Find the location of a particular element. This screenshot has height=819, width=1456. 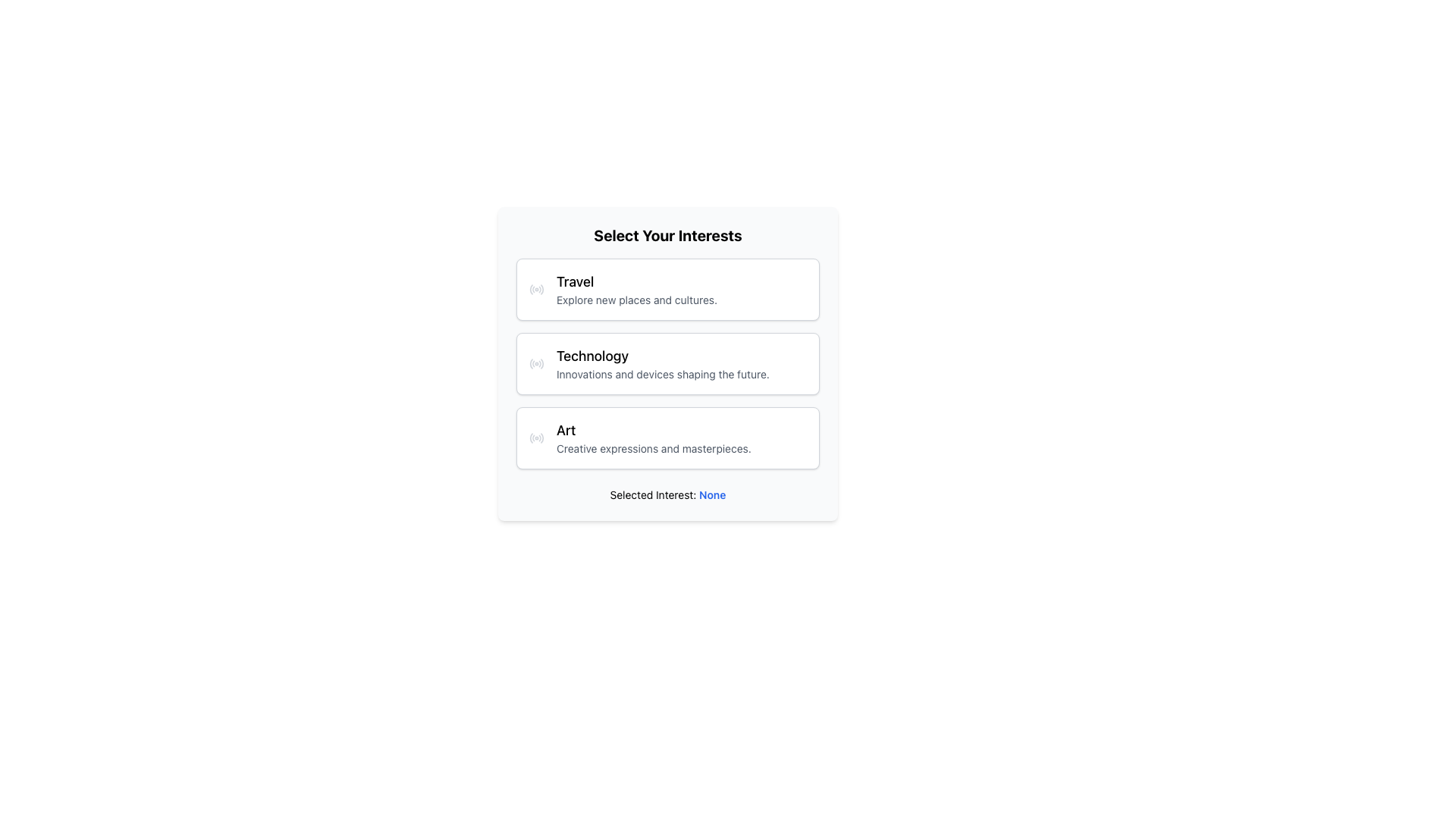

bold, blue-colored text 'None' within the sentence 'Selected Interest: None' at the center-bottom of the interface is located at coordinates (711, 494).